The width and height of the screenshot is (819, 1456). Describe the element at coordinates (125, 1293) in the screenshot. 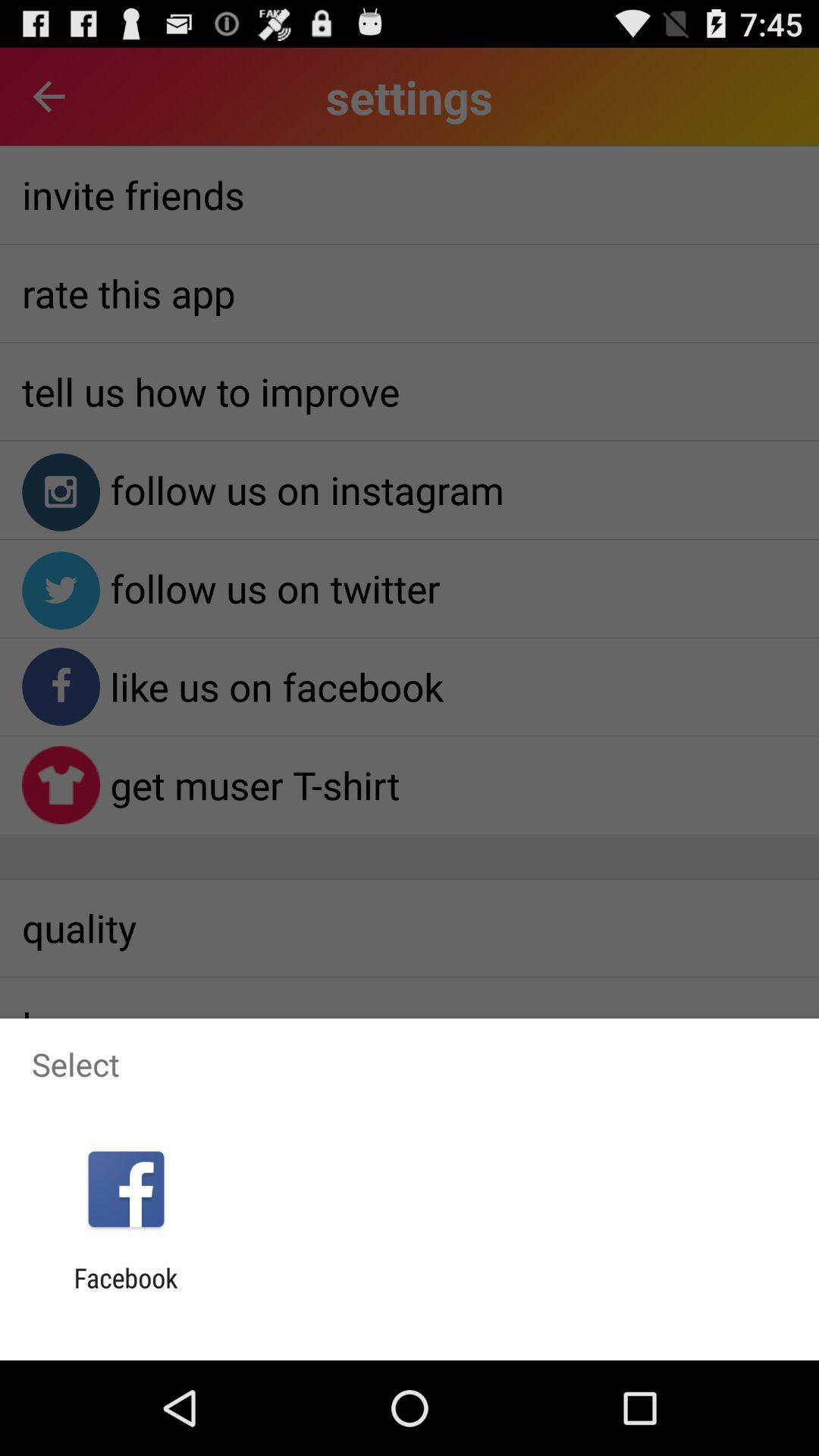

I see `facebook app` at that location.